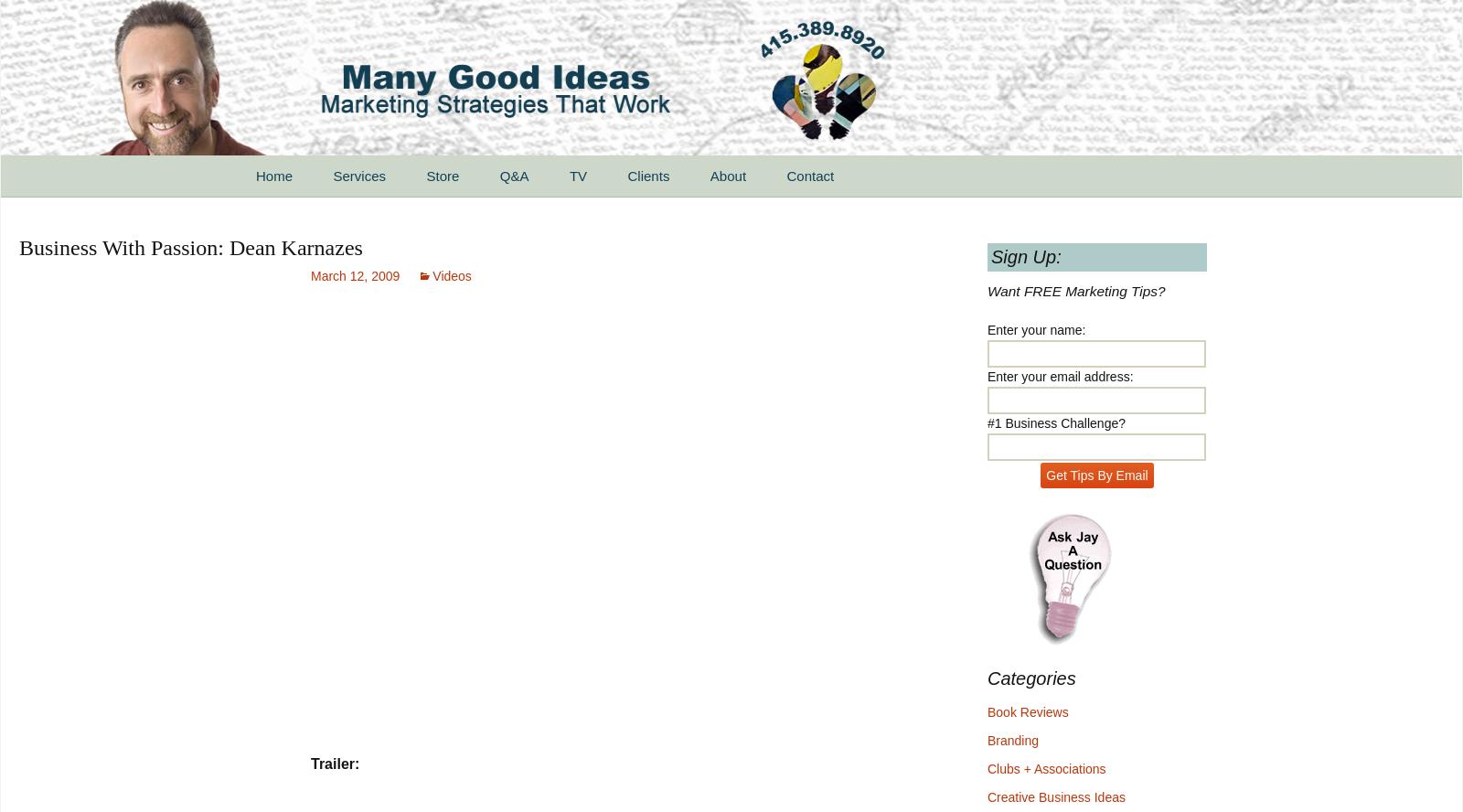  I want to click on 'Trailer:', so click(335, 763).